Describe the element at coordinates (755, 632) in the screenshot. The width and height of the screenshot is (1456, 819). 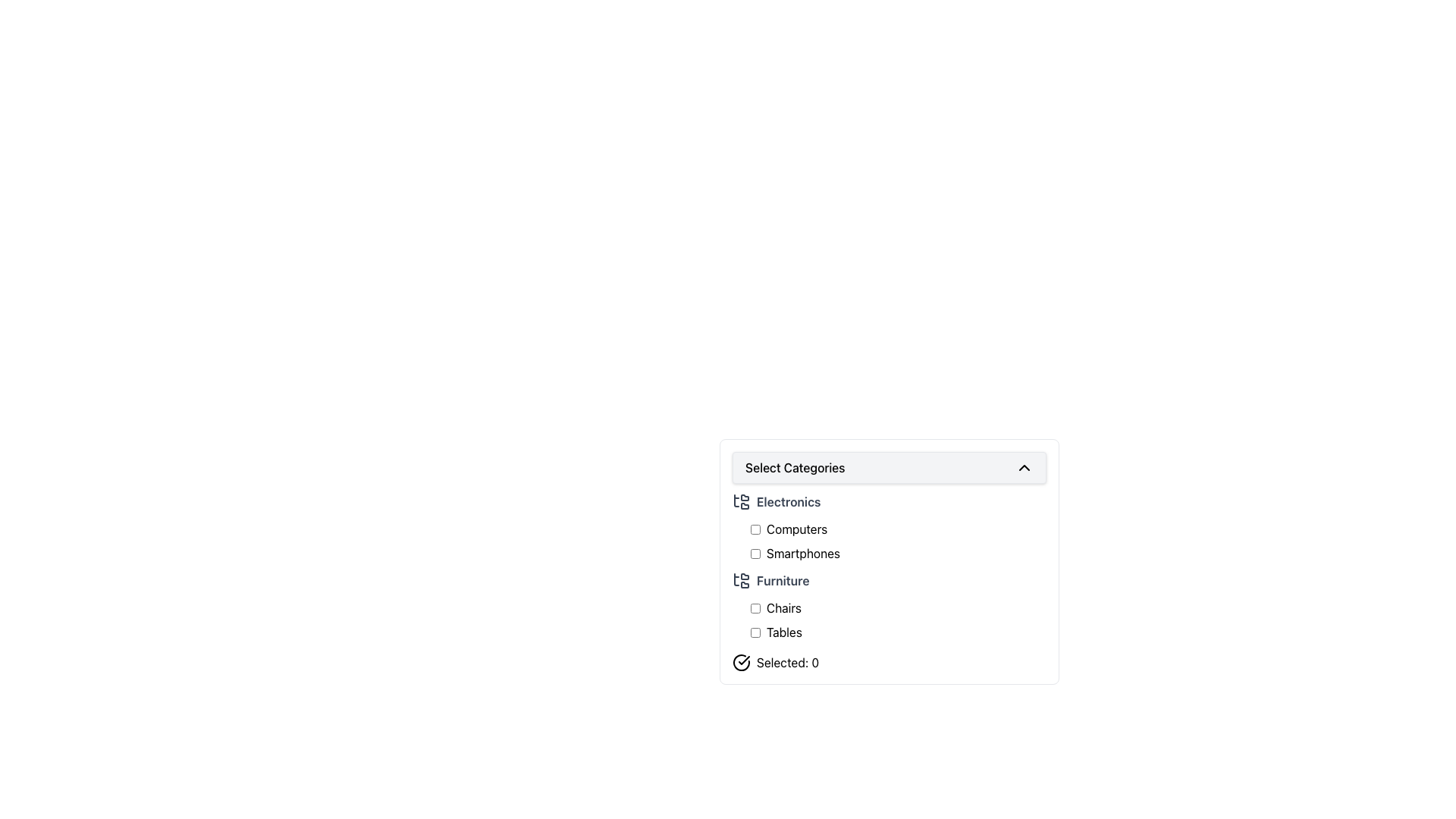
I see `the checkbox for the 'Tables' category in the 'Furniture' section` at that location.